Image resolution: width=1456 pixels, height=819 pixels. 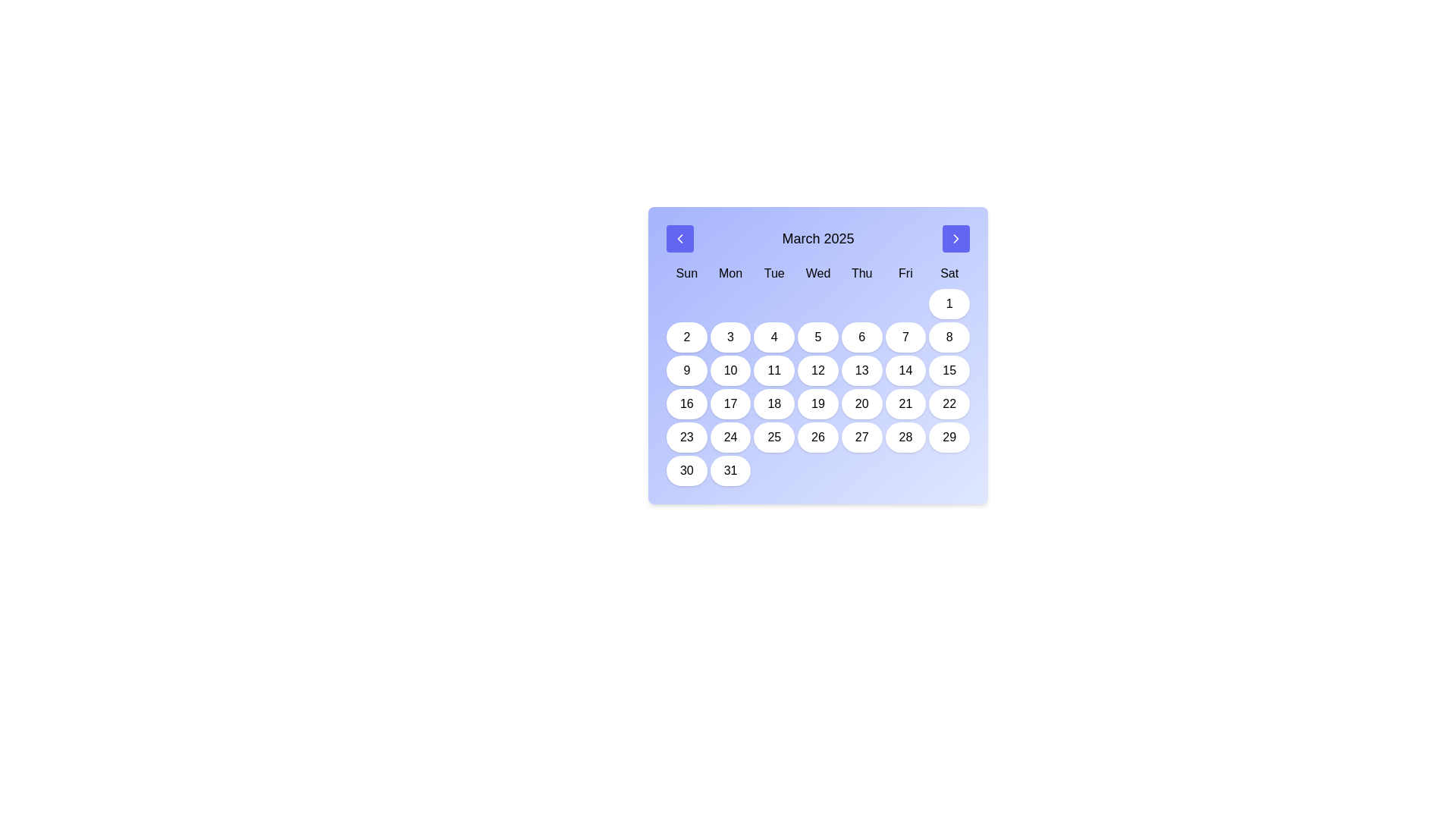 I want to click on the navigation button located at the top right of the calendar interface to trigger a visual reaction, so click(x=955, y=239).